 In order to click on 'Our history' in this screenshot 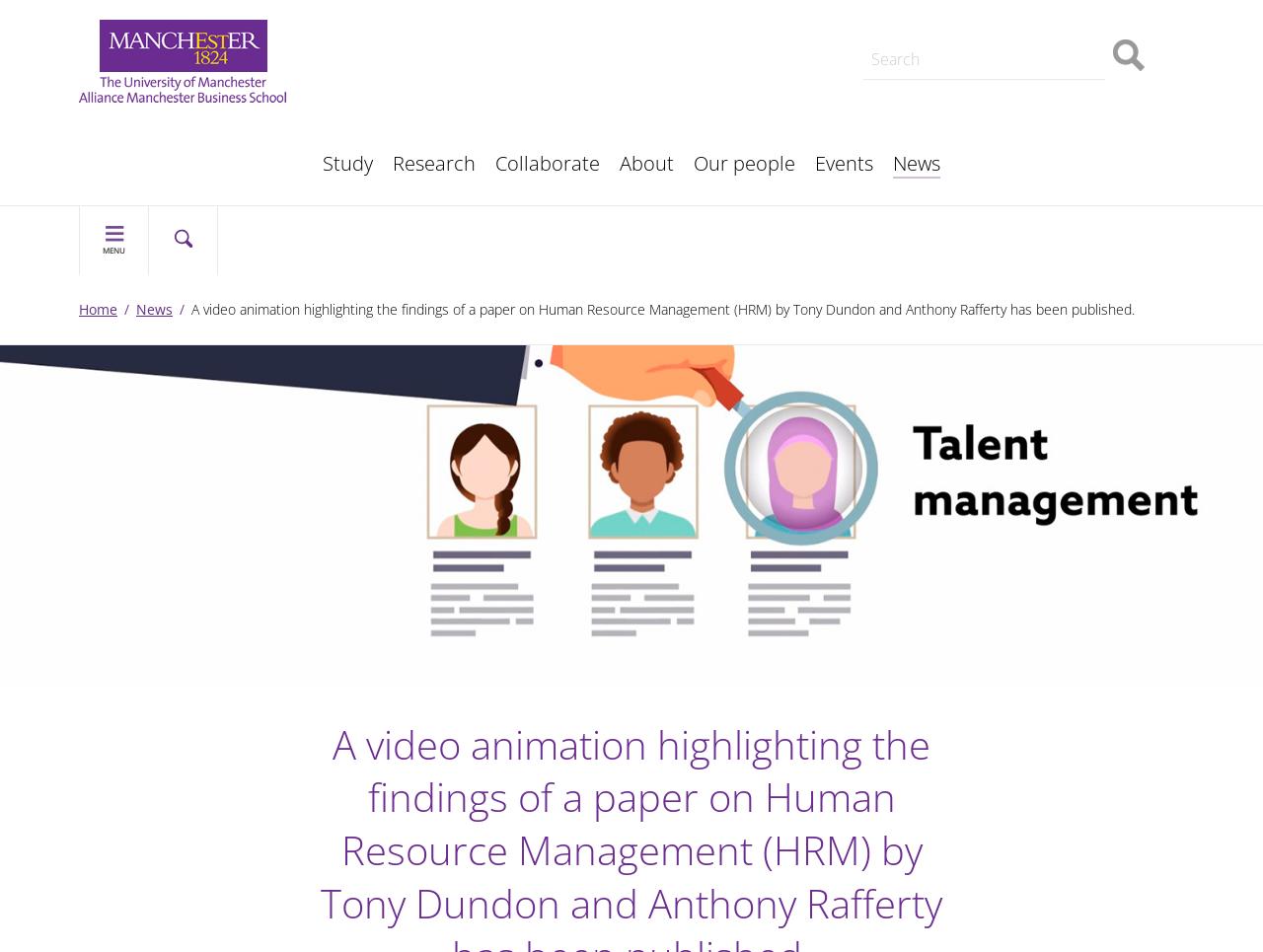, I will do `click(965, 23)`.